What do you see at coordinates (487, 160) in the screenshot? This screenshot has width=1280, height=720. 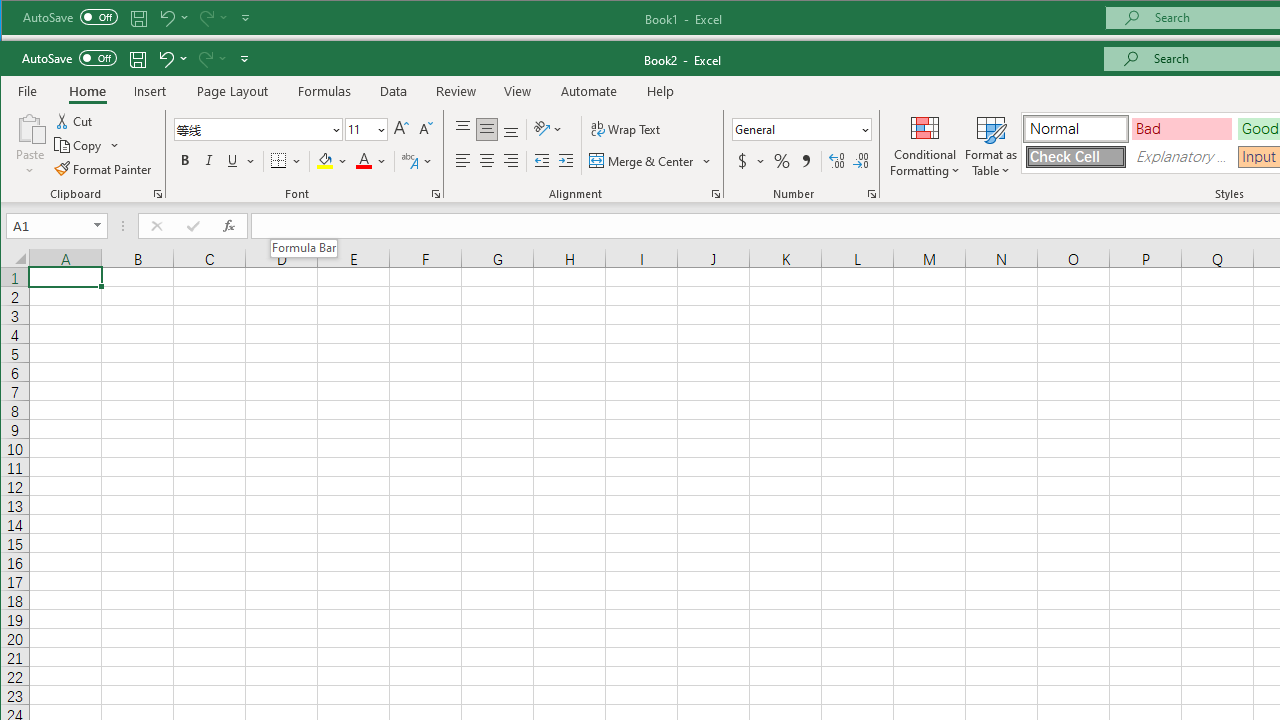 I see `'Center'` at bounding box center [487, 160].